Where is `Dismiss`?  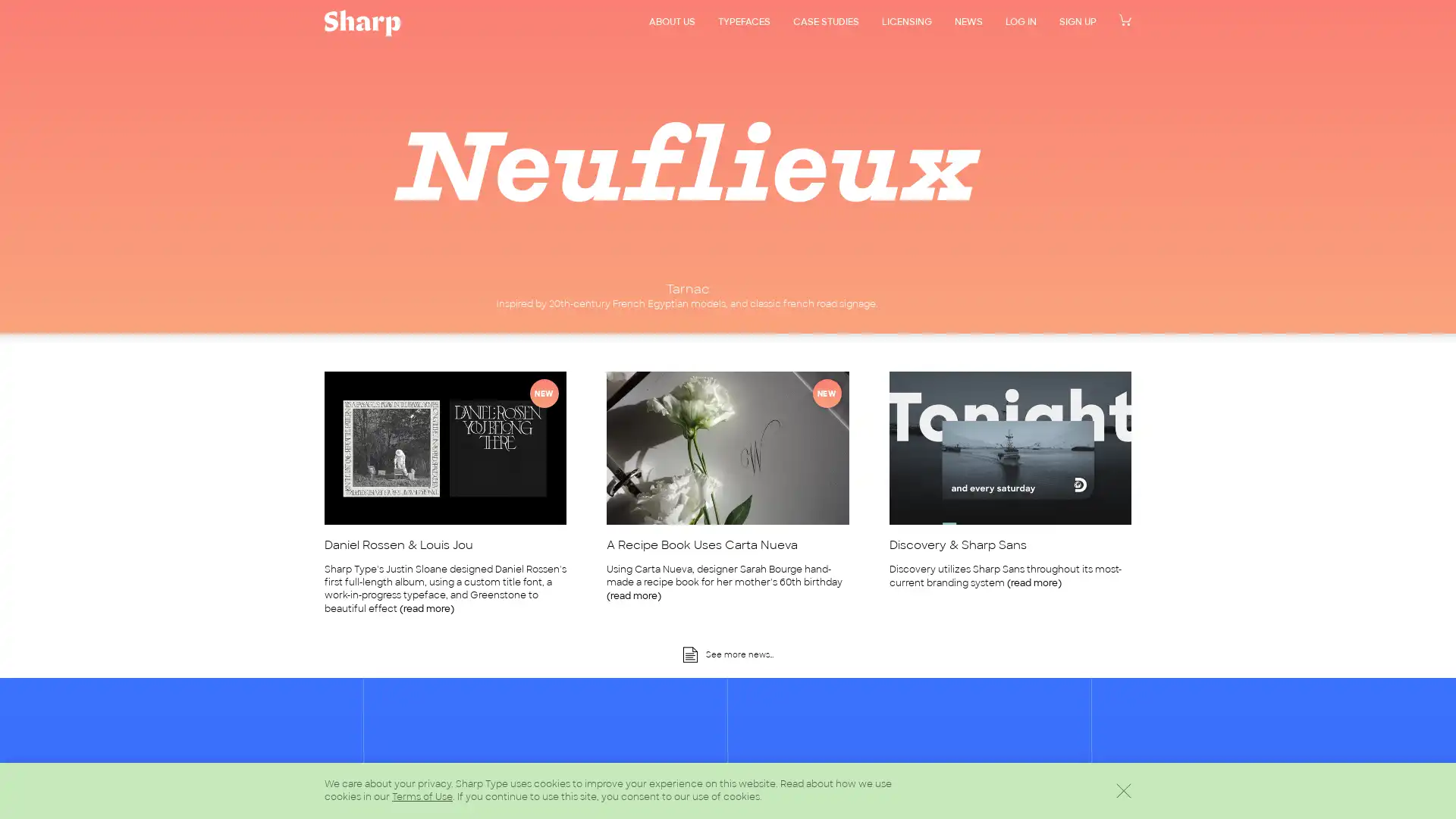
Dismiss is located at coordinates (1124, 789).